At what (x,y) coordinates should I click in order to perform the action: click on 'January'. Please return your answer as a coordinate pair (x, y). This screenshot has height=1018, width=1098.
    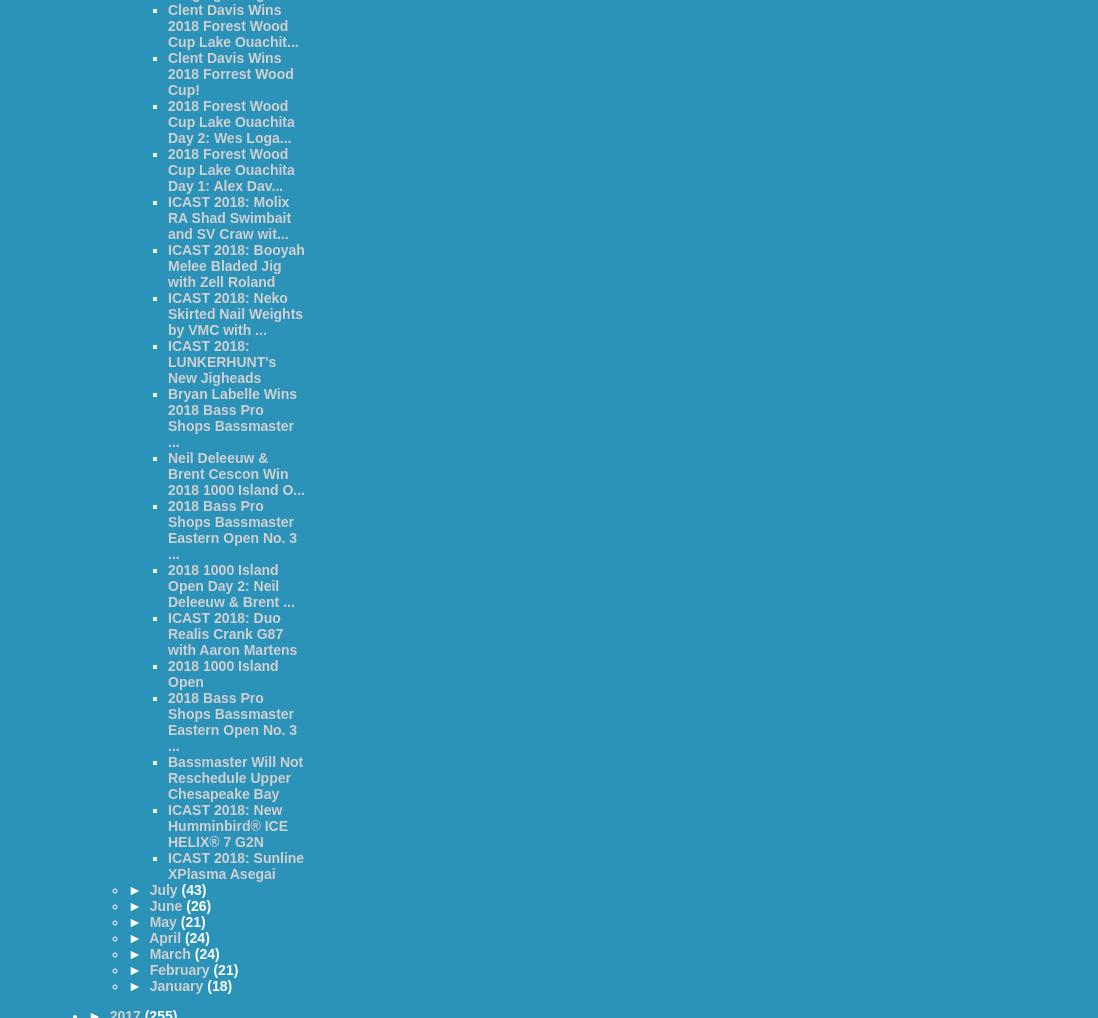
    Looking at the image, I should click on (177, 986).